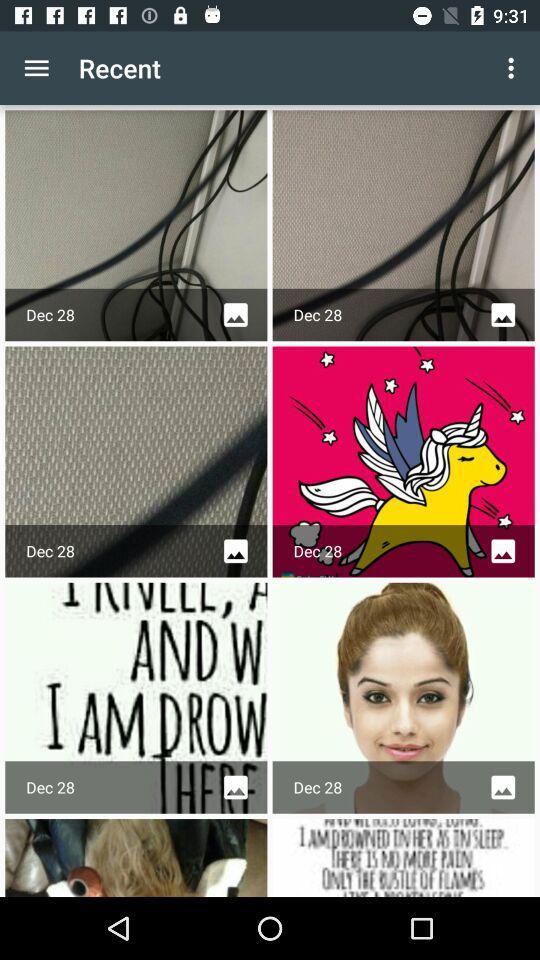 The height and width of the screenshot is (960, 540). I want to click on the image which is titled with dec 28, so click(403, 698).